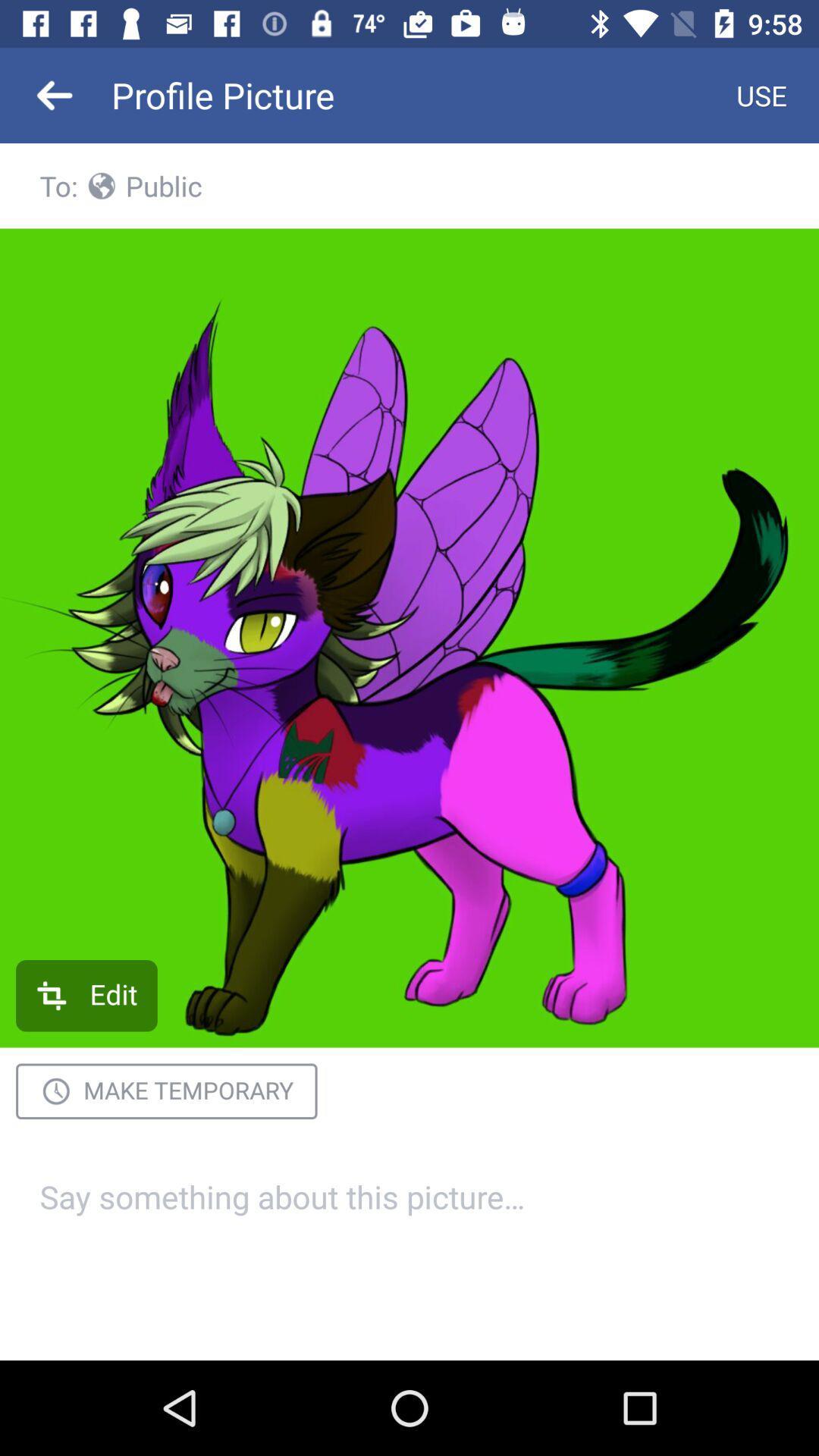  What do you see at coordinates (409, 1215) in the screenshot?
I see `the icon below make temporary icon` at bounding box center [409, 1215].